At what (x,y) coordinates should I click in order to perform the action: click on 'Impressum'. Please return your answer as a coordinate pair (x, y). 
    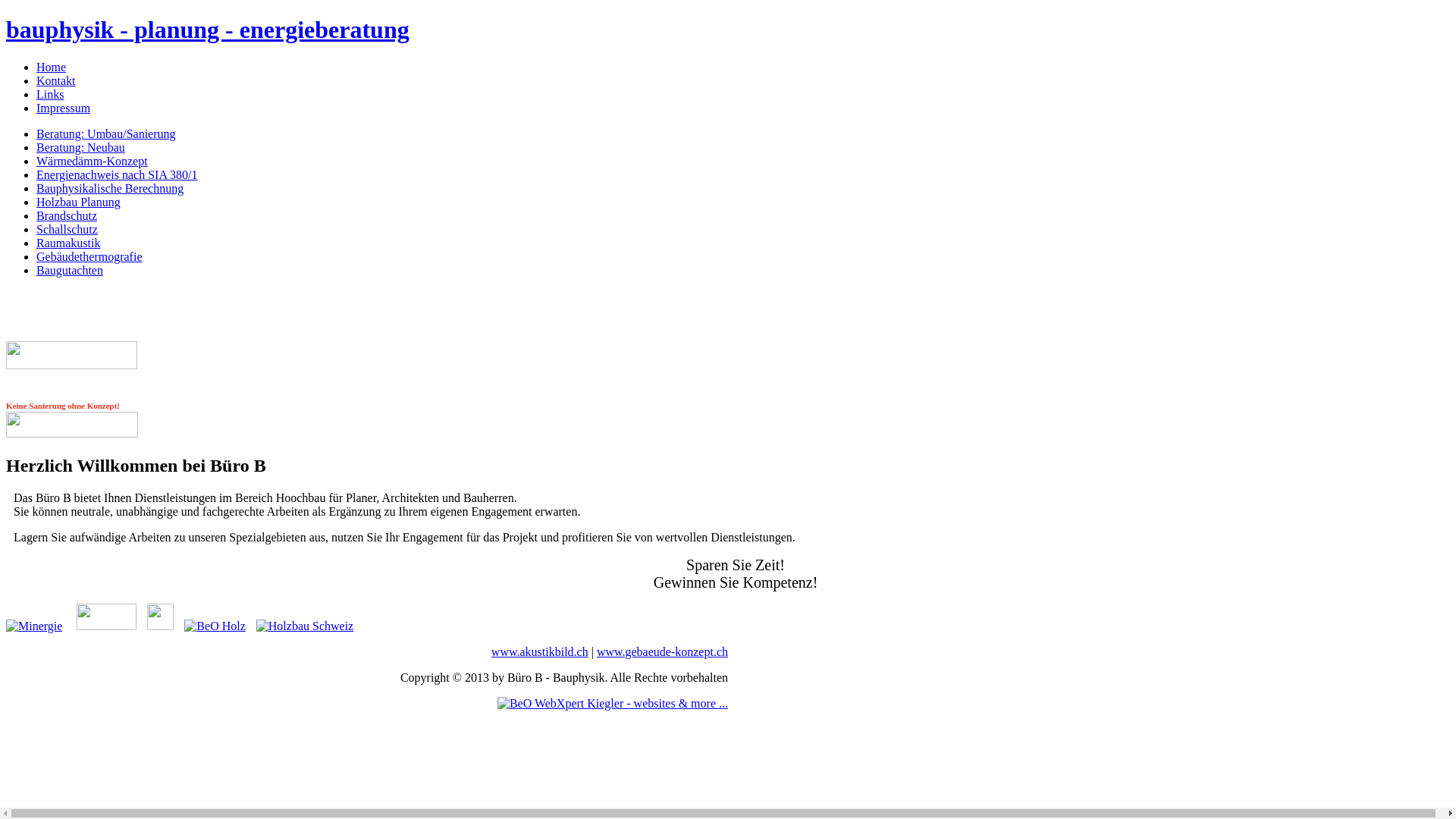
    Looking at the image, I should click on (62, 107).